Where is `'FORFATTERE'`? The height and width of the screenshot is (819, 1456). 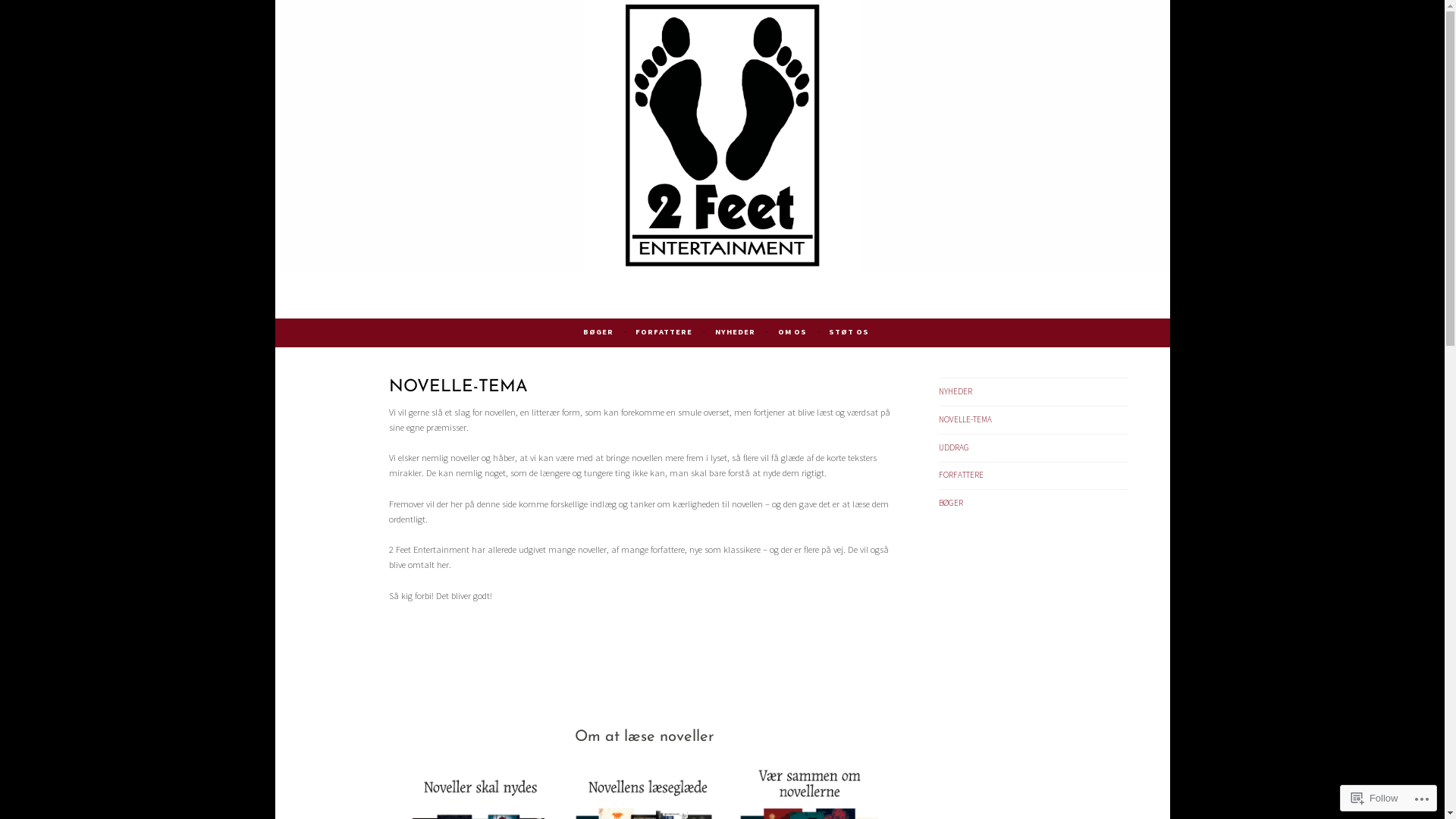 'FORFATTERE' is located at coordinates (664, 331).